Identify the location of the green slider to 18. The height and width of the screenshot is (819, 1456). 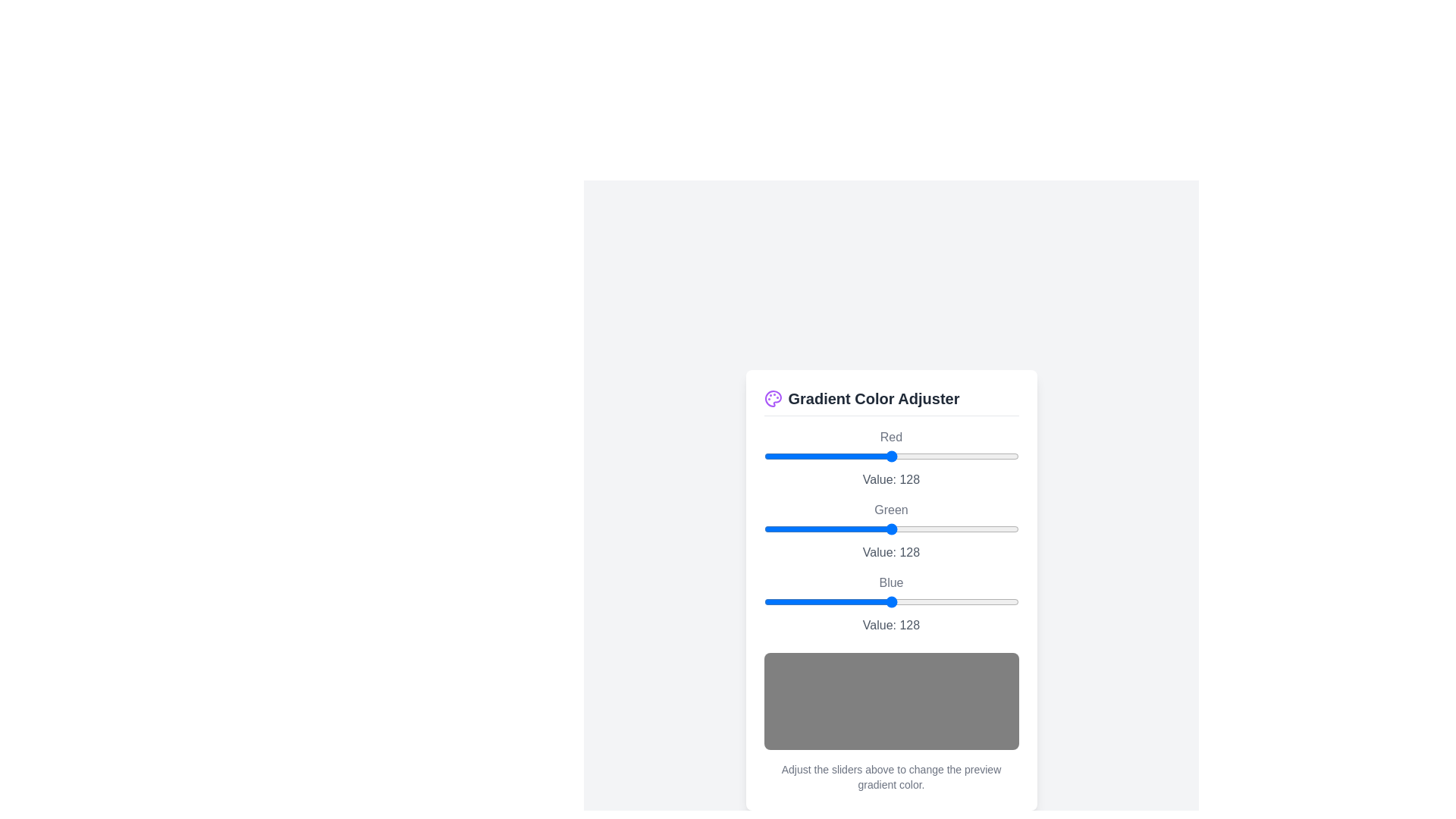
(782, 528).